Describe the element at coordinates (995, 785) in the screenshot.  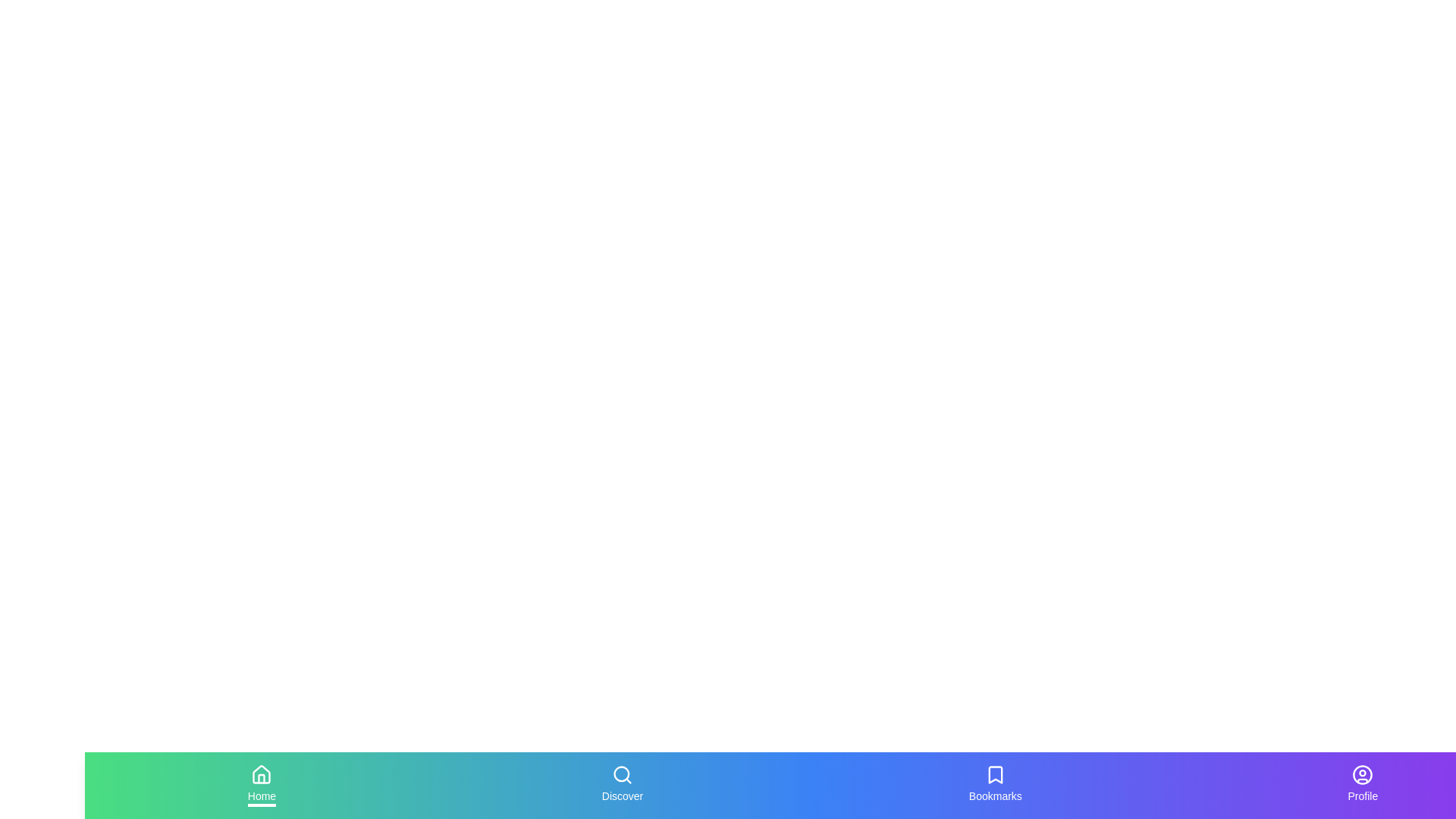
I see `the tab Bookmarks in the bottom navigation bar` at that location.